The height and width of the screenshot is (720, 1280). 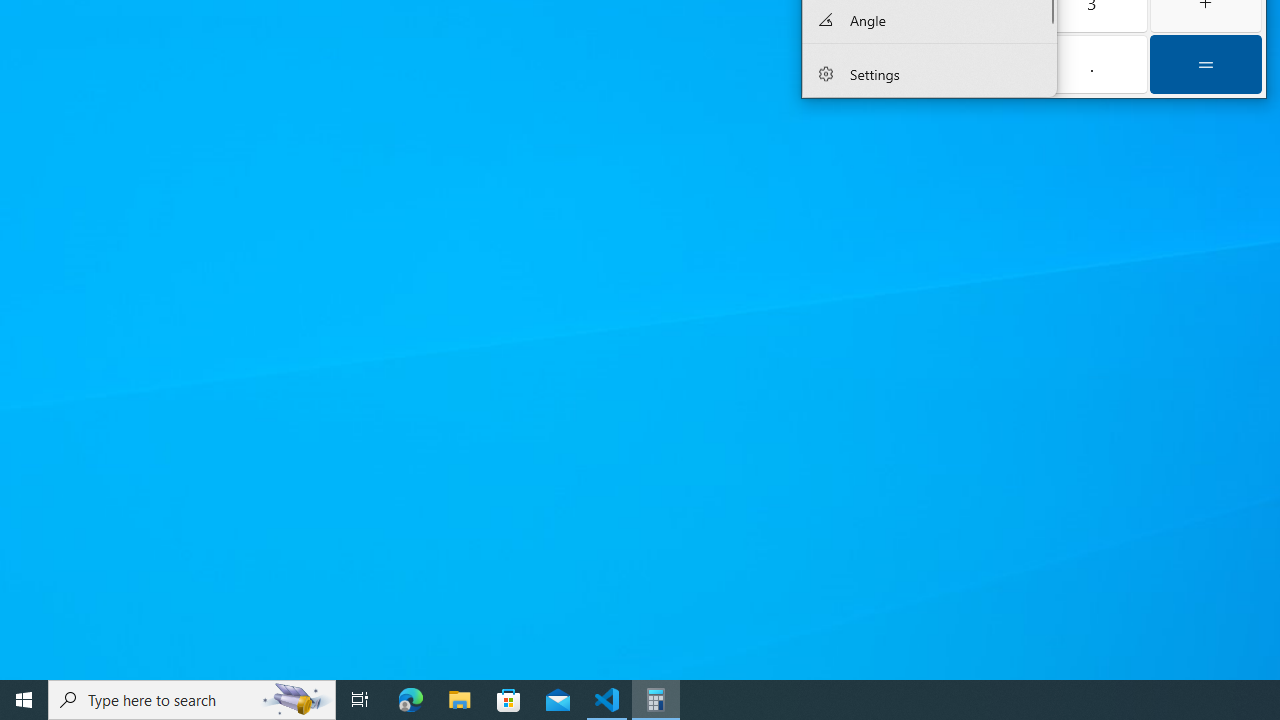 I want to click on 'Type here to search', so click(x=192, y=698).